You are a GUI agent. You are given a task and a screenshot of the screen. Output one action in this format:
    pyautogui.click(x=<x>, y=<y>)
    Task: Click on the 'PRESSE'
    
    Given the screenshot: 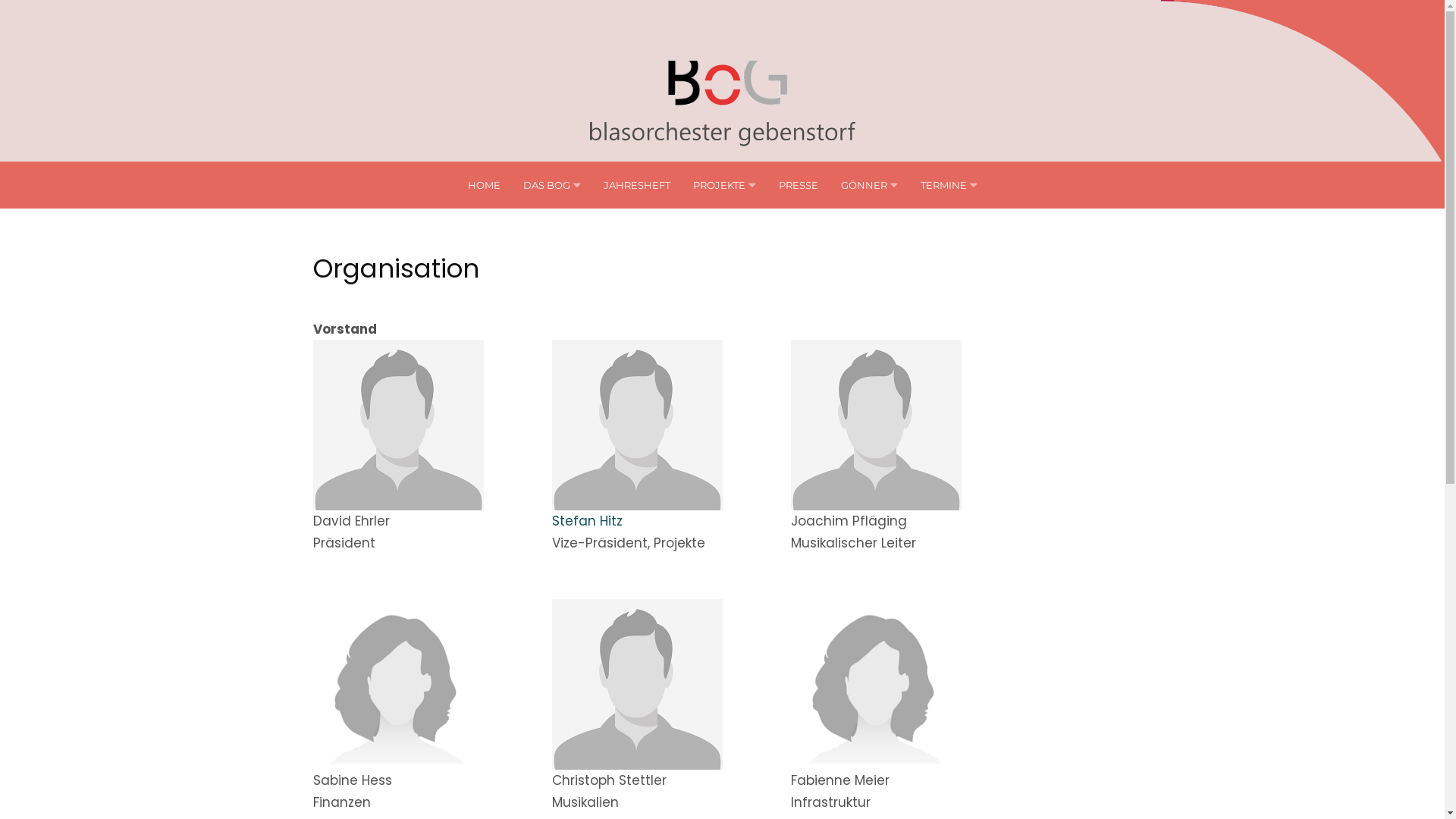 What is the action you would take?
    pyautogui.click(x=796, y=184)
    